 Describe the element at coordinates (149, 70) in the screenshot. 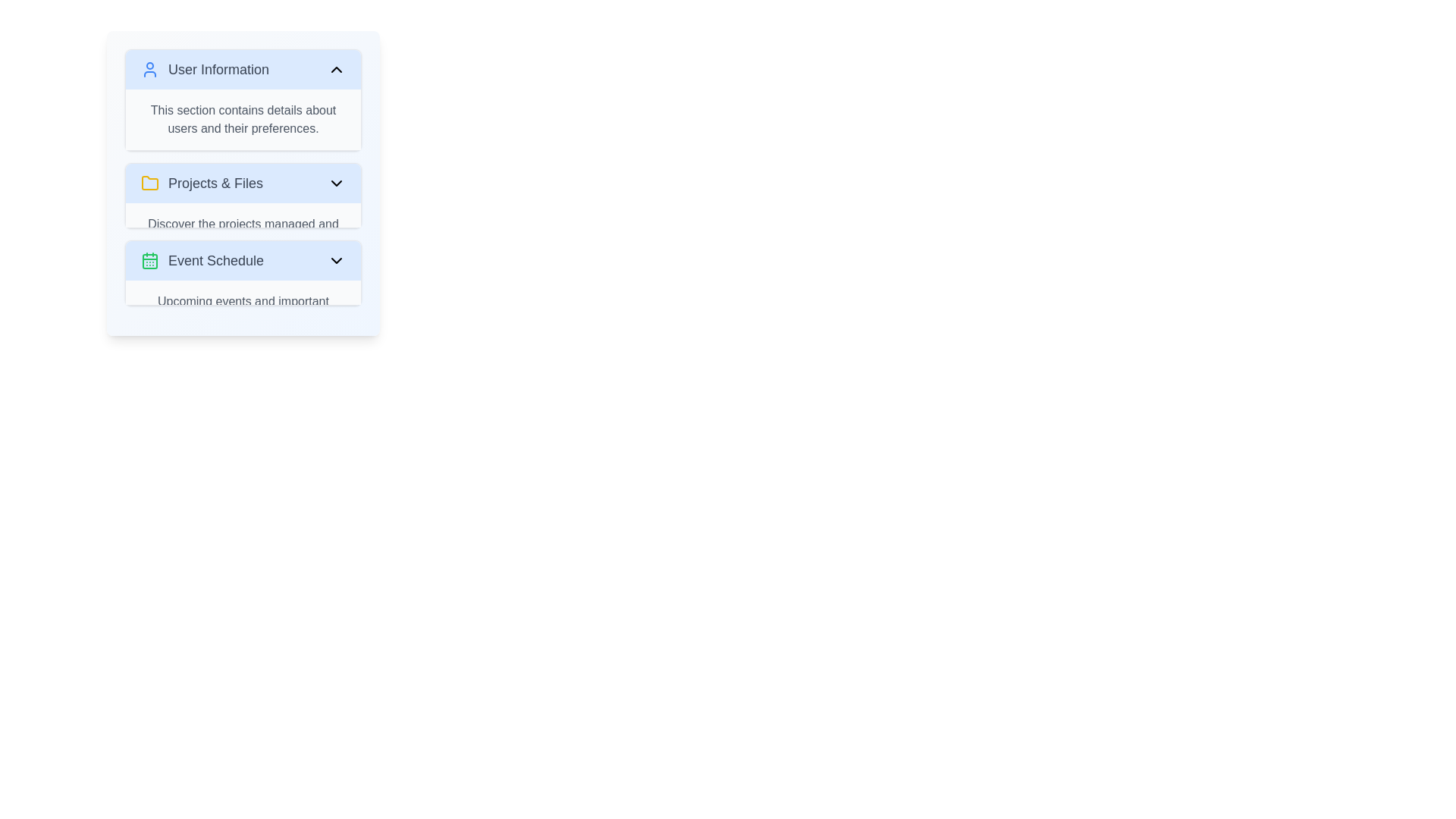

I see `the blue-colored user silhouette icon located to the left of the 'User Information' text in the first section of the interface` at that location.